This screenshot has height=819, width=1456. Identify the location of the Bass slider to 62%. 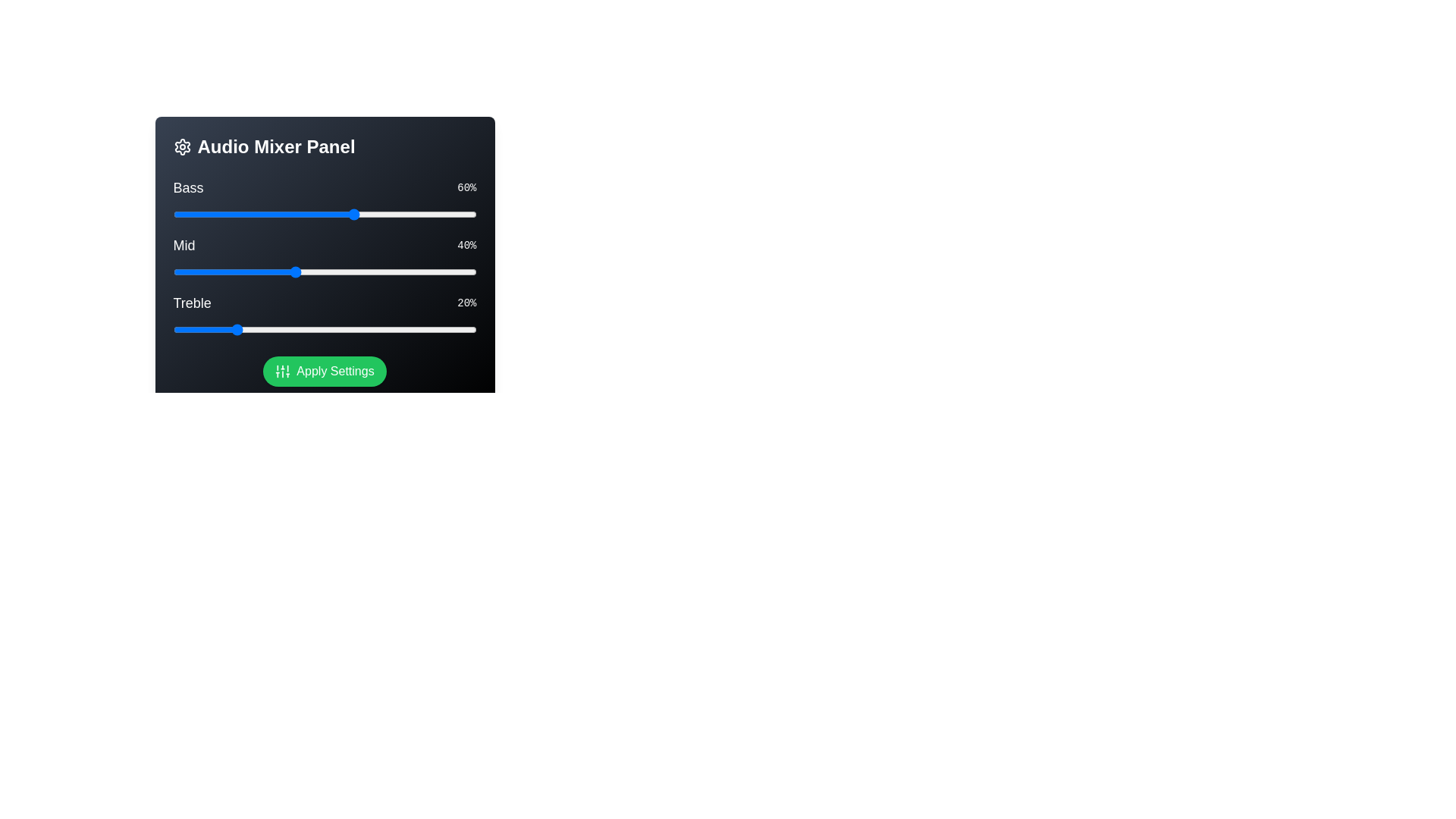
(360, 214).